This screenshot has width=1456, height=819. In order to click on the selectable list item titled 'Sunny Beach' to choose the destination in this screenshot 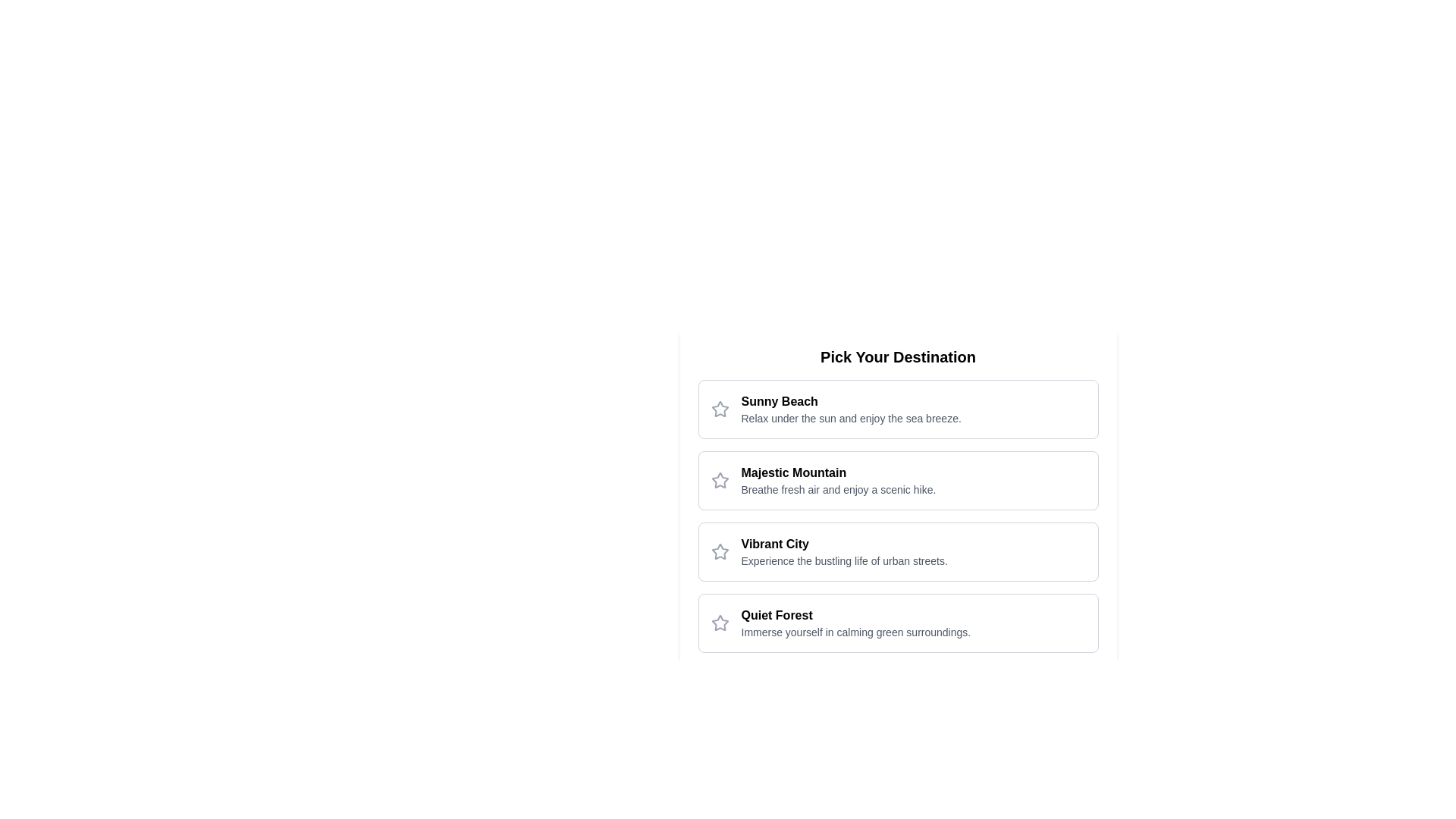, I will do `click(898, 409)`.